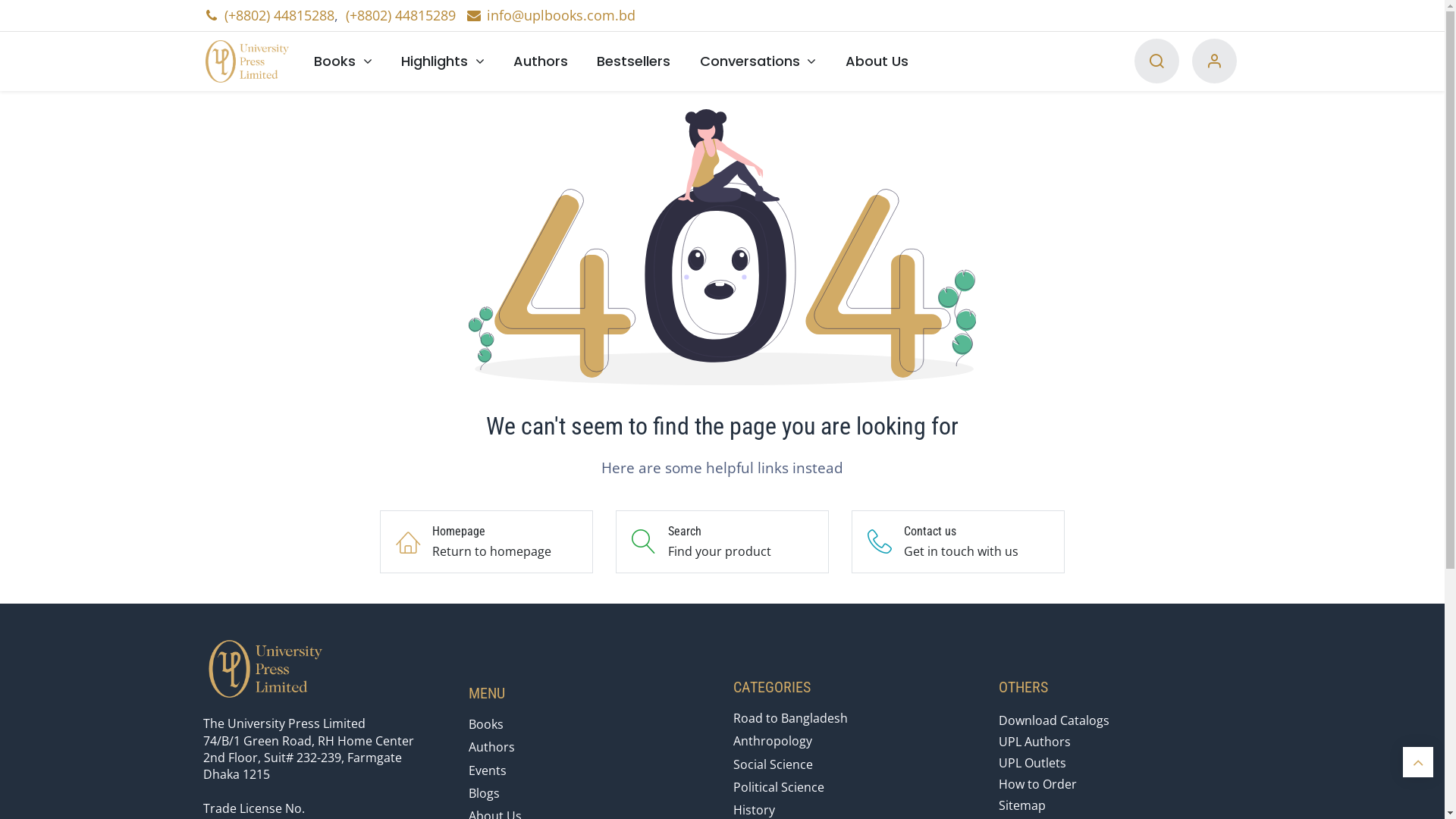 This screenshot has height=819, width=1456. What do you see at coordinates (789, 717) in the screenshot?
I see `'Road to Bangladesh'` at bounding box center [789, 717].